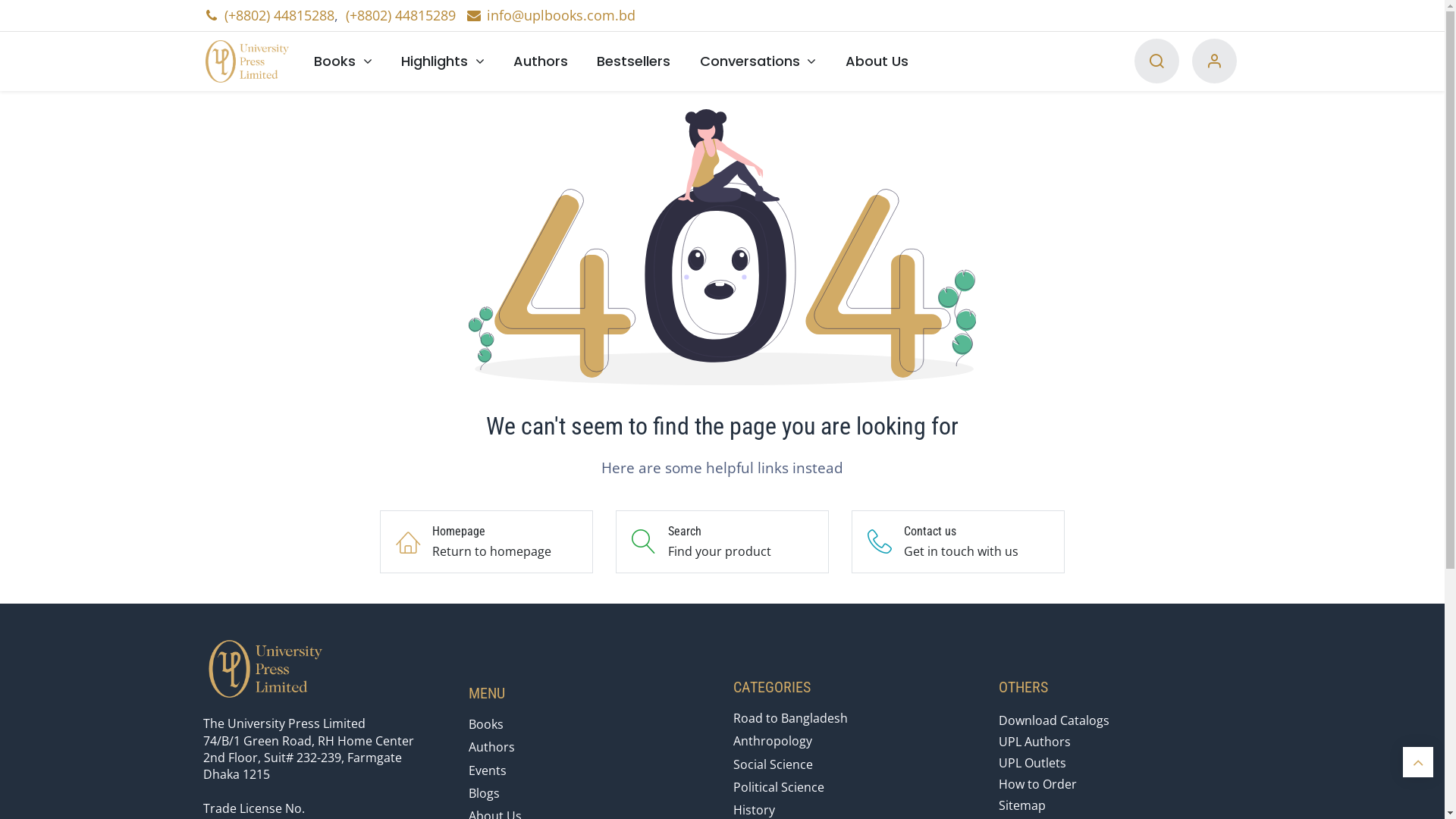 This screenshot has height=819, width=1456. What do you see at coordinates (789, 717) in the screenshot?
I see `'Road to Bangladesh'` at bounding box center [789, 717].